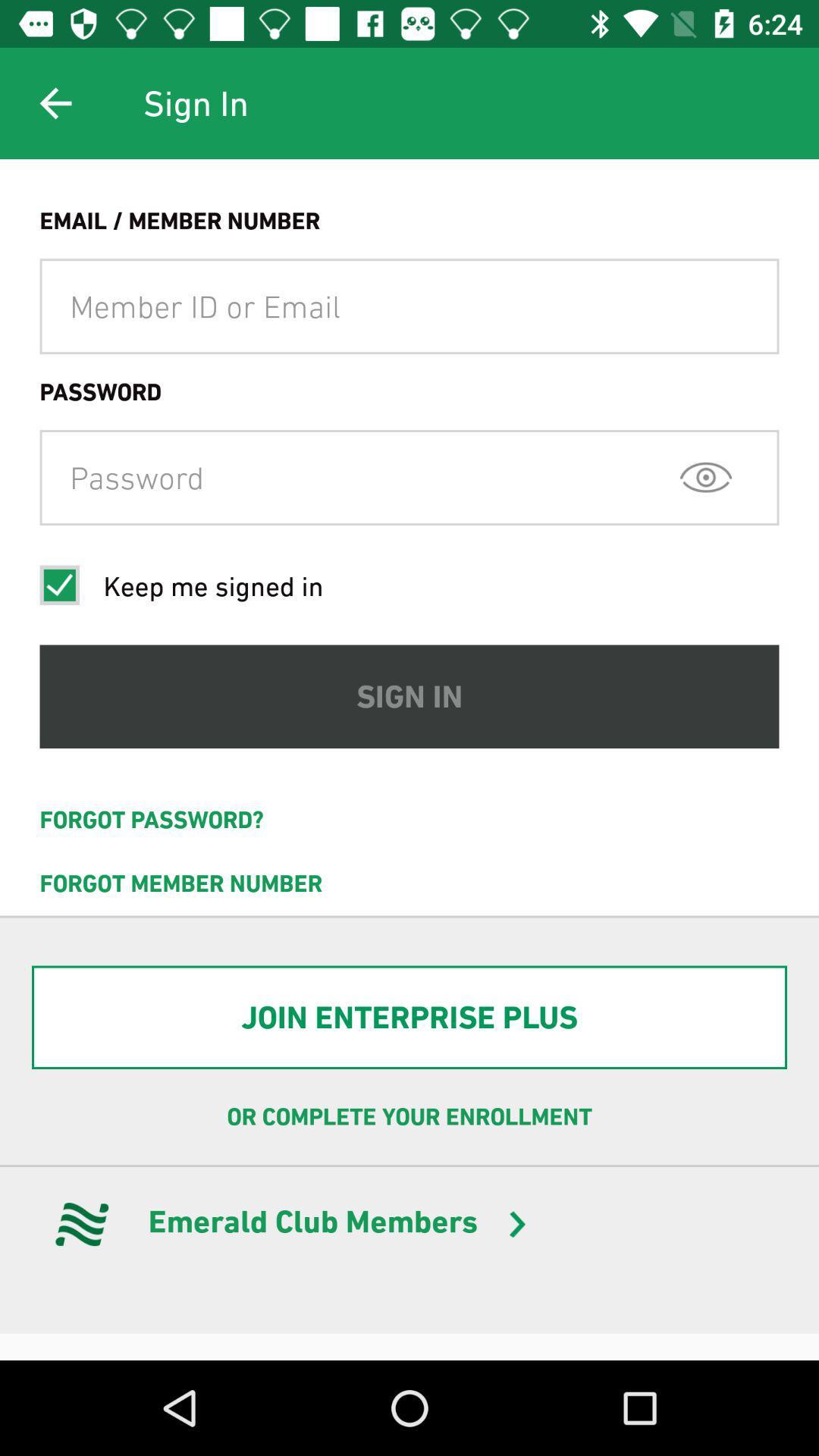  What do you see at coordinates (706, 476) in the screenshot?
I see `icon above the sign in` at bounding box center [706, 476].